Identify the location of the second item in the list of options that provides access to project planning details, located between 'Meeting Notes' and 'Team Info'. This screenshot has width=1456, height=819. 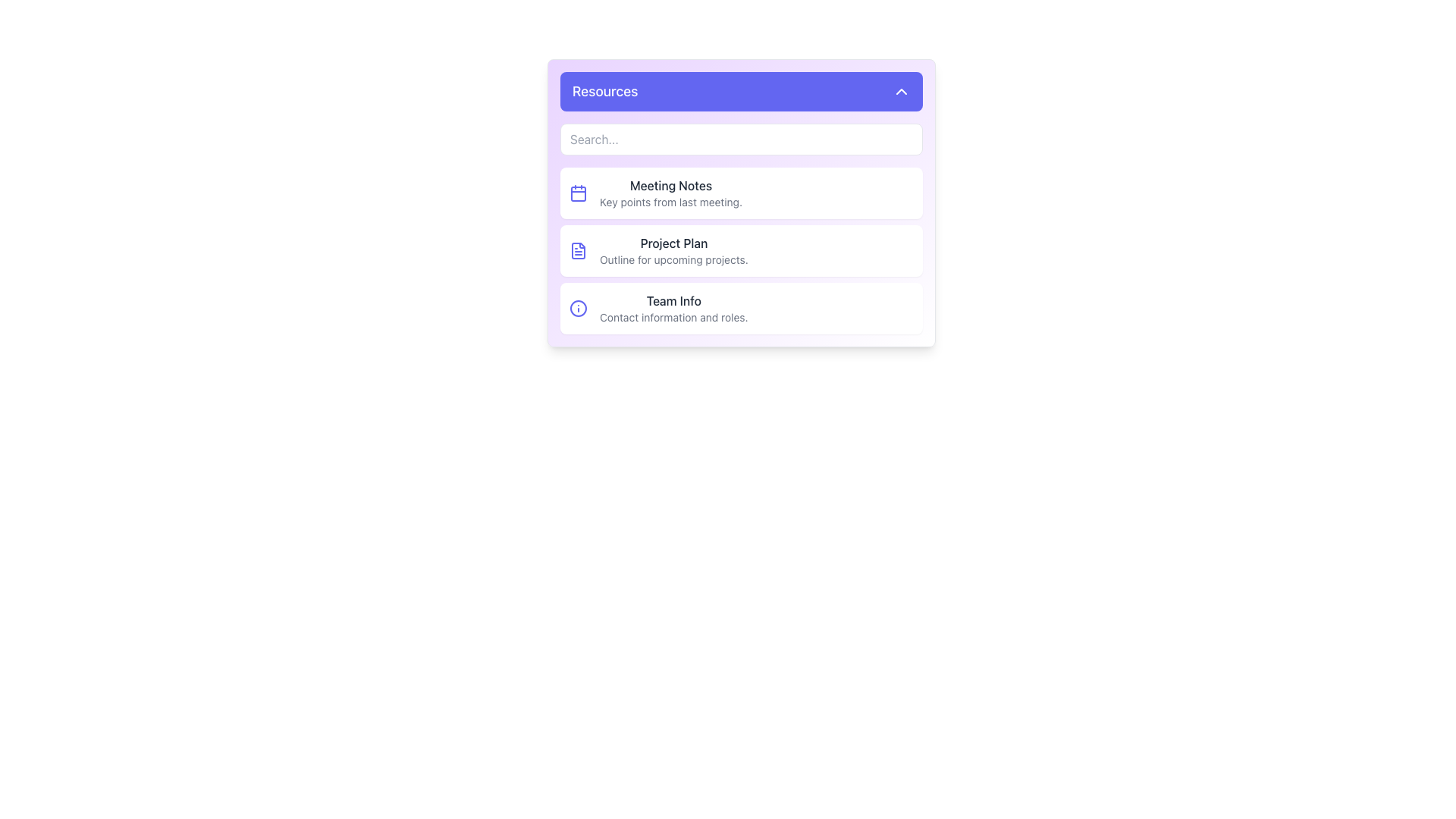
(742, 250).